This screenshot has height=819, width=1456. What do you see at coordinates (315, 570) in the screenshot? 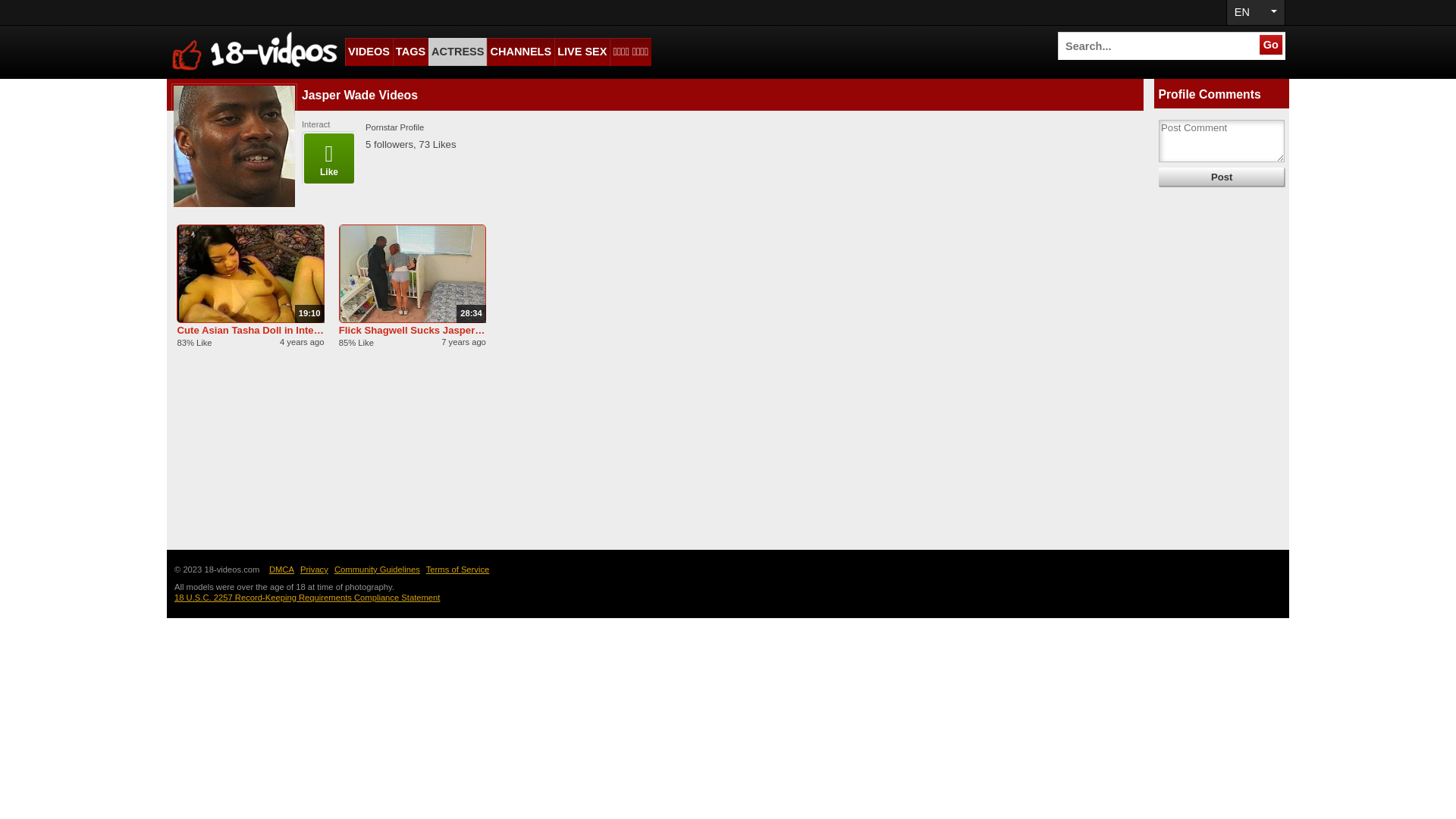
I see `'Privacy'` at bounding box center [315, 570].